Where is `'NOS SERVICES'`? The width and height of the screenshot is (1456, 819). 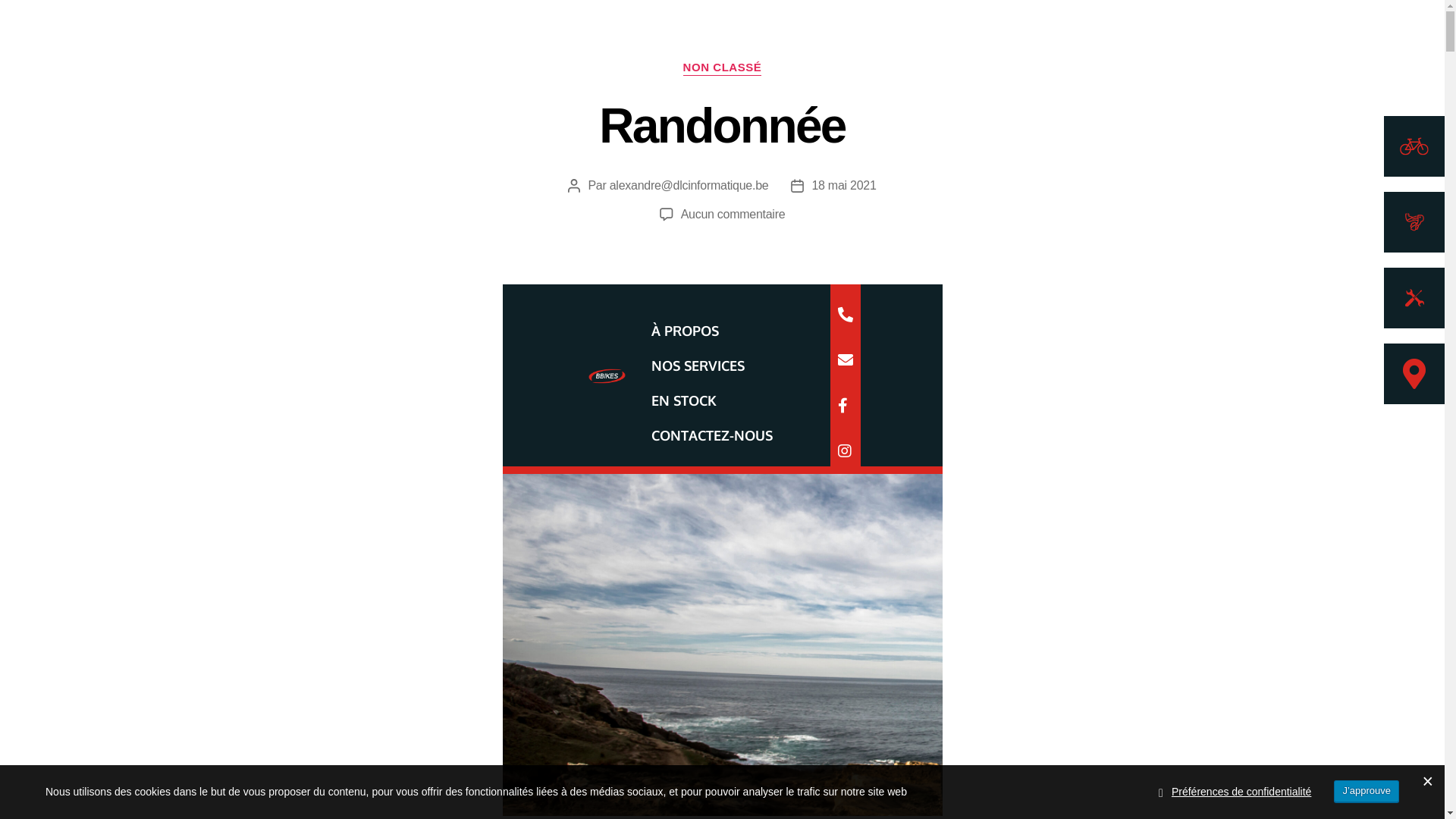
'NOS SERVICES' is located at coordinates (635, 366).